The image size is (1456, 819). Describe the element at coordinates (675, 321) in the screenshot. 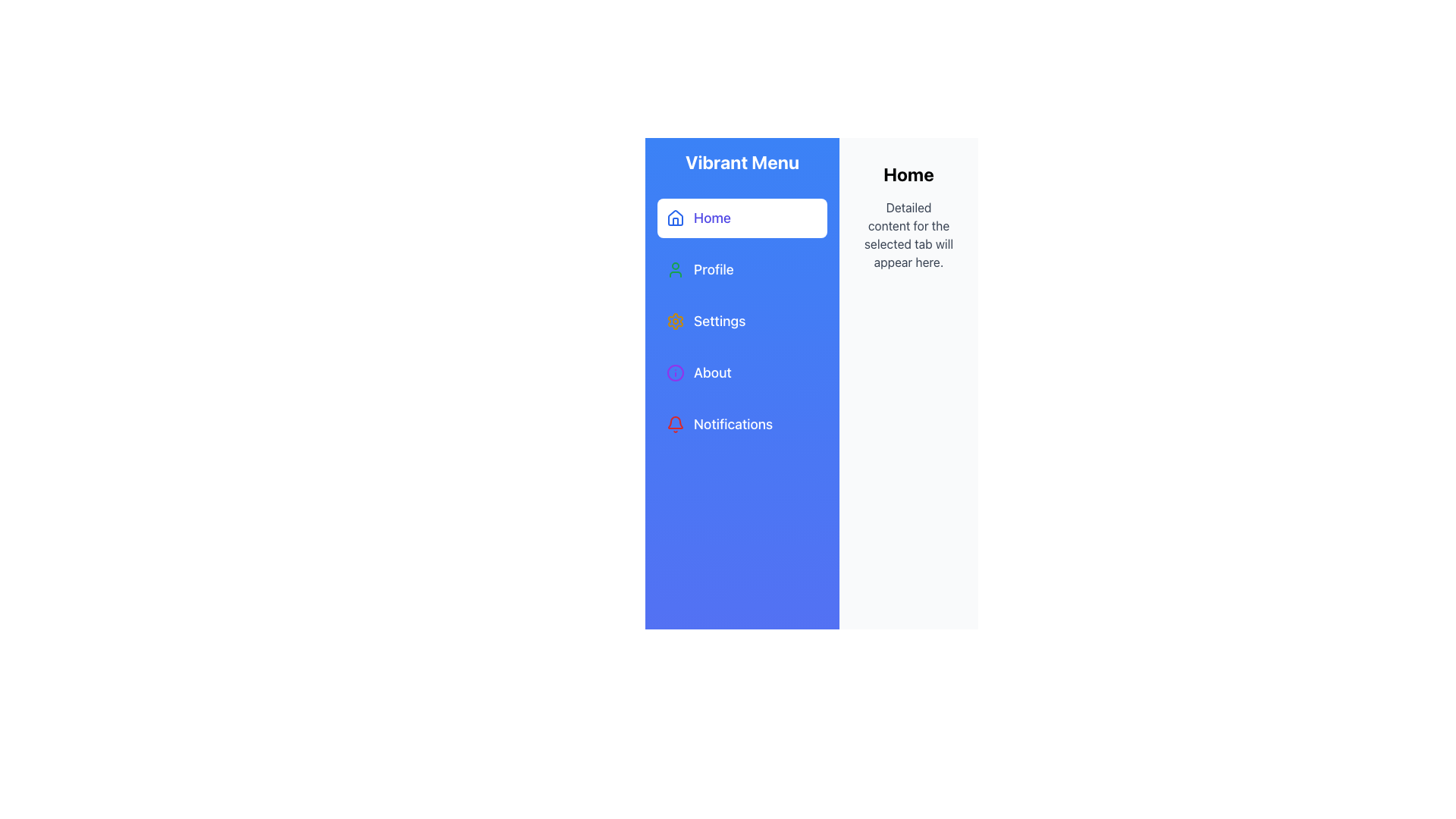

I see `the settings gear icon, which is yellow and located in the 'Settings' menu item of the side navigation menu, to the left of the 'Settings' text` at that location.